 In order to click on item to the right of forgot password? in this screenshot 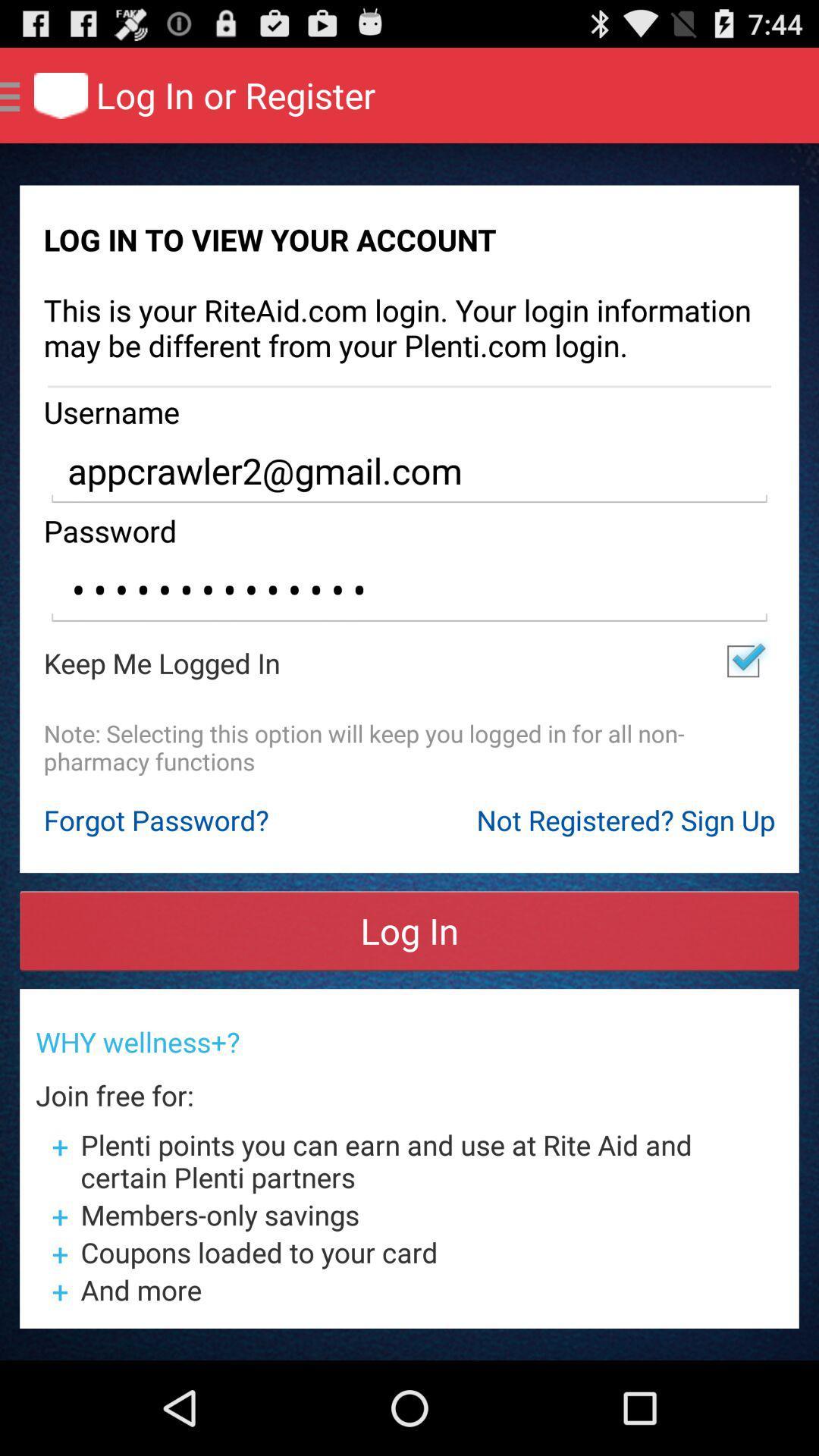, I will do `click(626, 819)`.